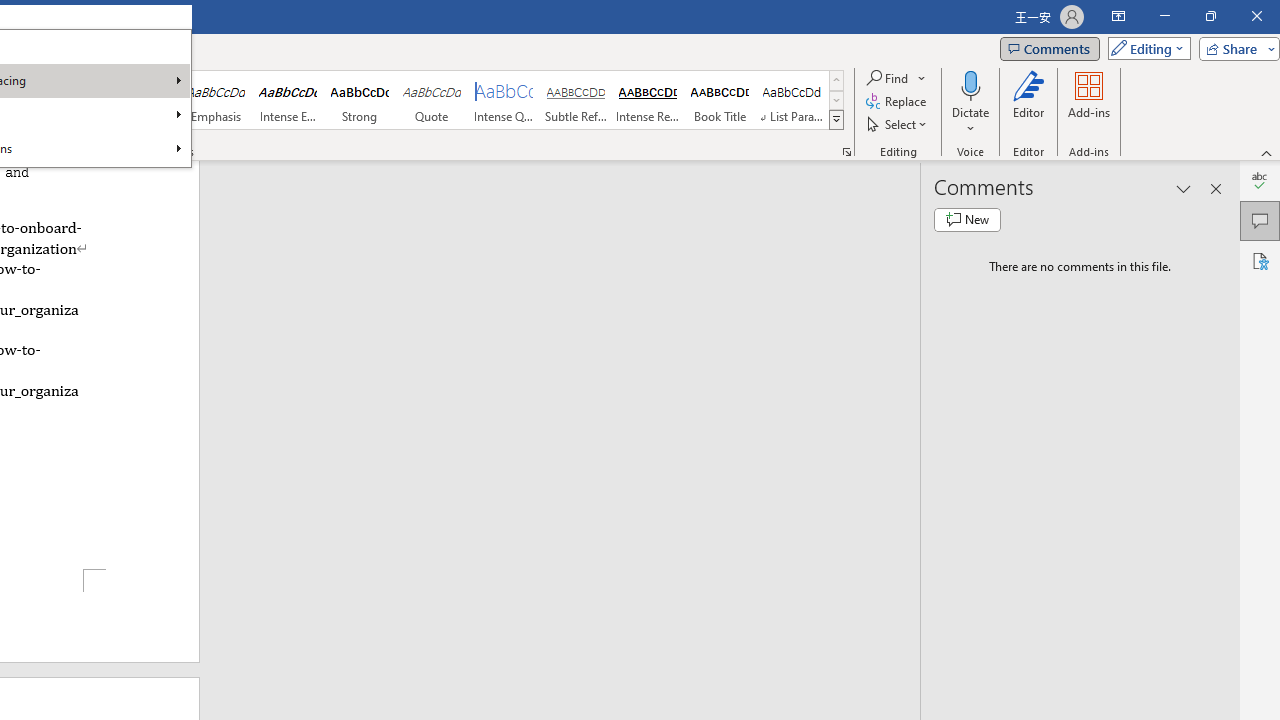  What do you see at coordinates (836, 79) in the screenshot?
I see `'Row up'` at bounding box center [836, 79].